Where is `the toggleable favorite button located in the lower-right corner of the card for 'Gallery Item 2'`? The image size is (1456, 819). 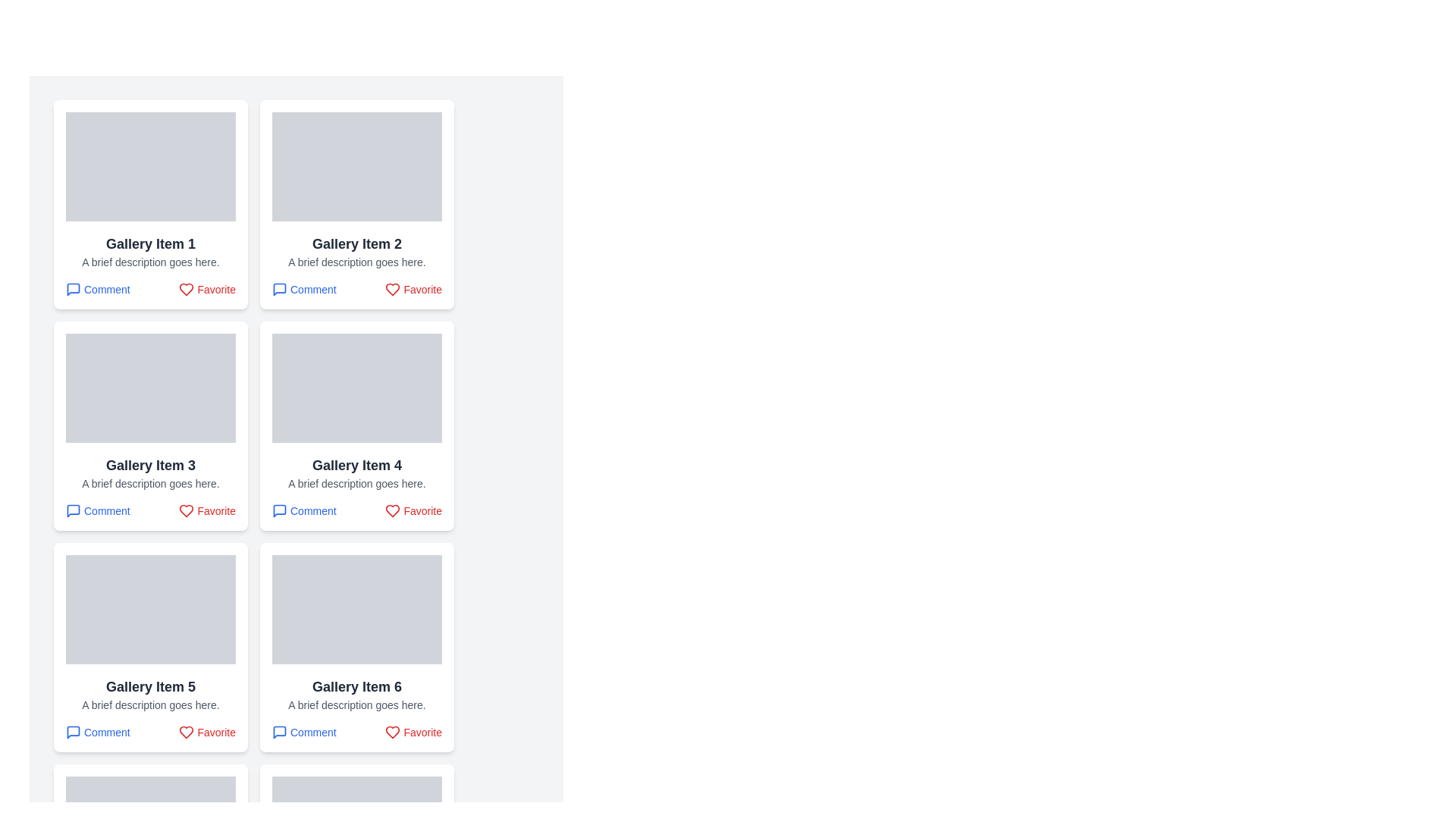
the toggleable favorite button located in the lower-right corner of the card for 'Gallery Item 2' is located at coordinates (413, 289).